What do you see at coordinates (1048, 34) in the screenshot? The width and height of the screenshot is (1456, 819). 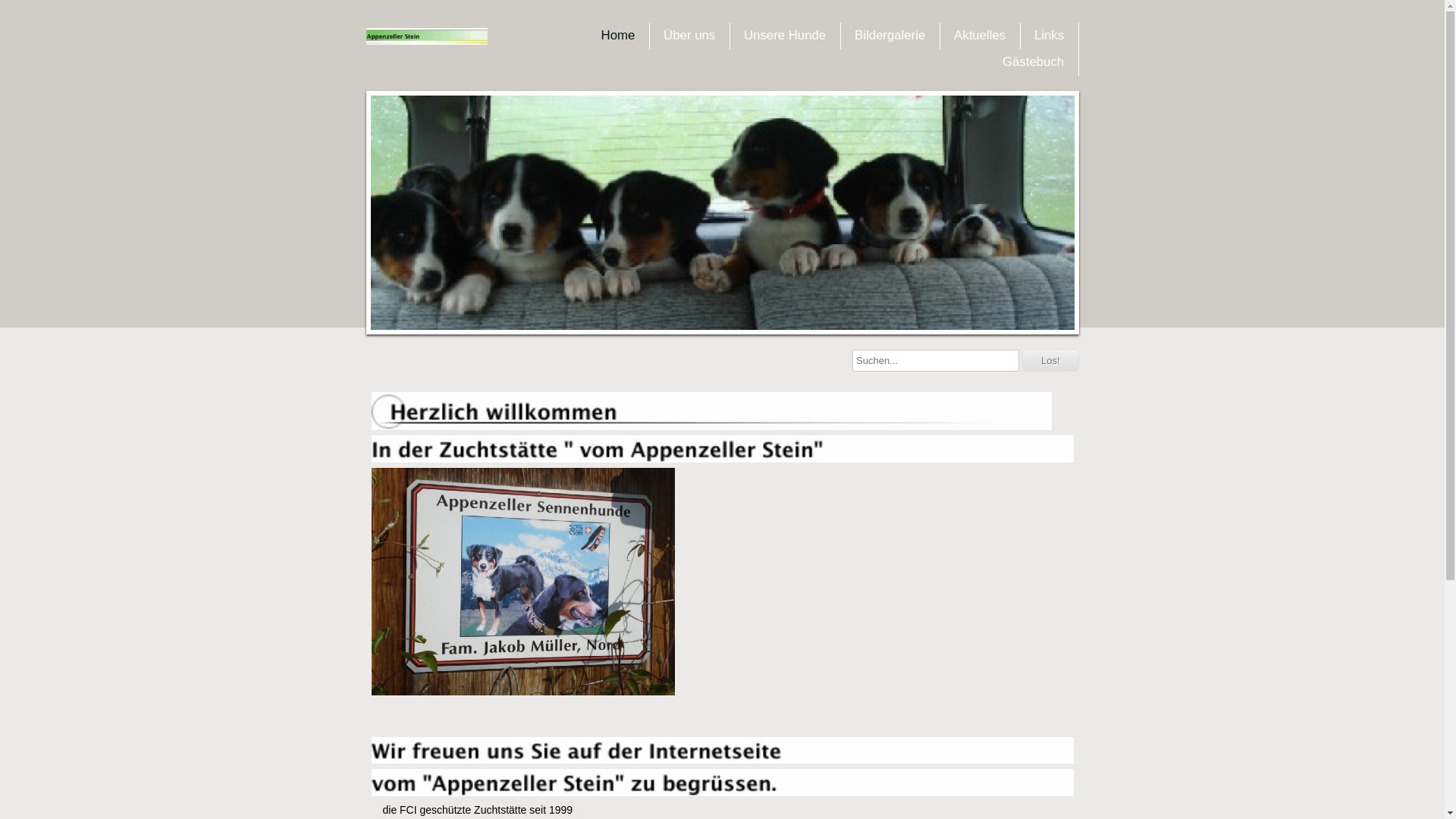 I see `'Links'` at bounding box center [1048, 34].